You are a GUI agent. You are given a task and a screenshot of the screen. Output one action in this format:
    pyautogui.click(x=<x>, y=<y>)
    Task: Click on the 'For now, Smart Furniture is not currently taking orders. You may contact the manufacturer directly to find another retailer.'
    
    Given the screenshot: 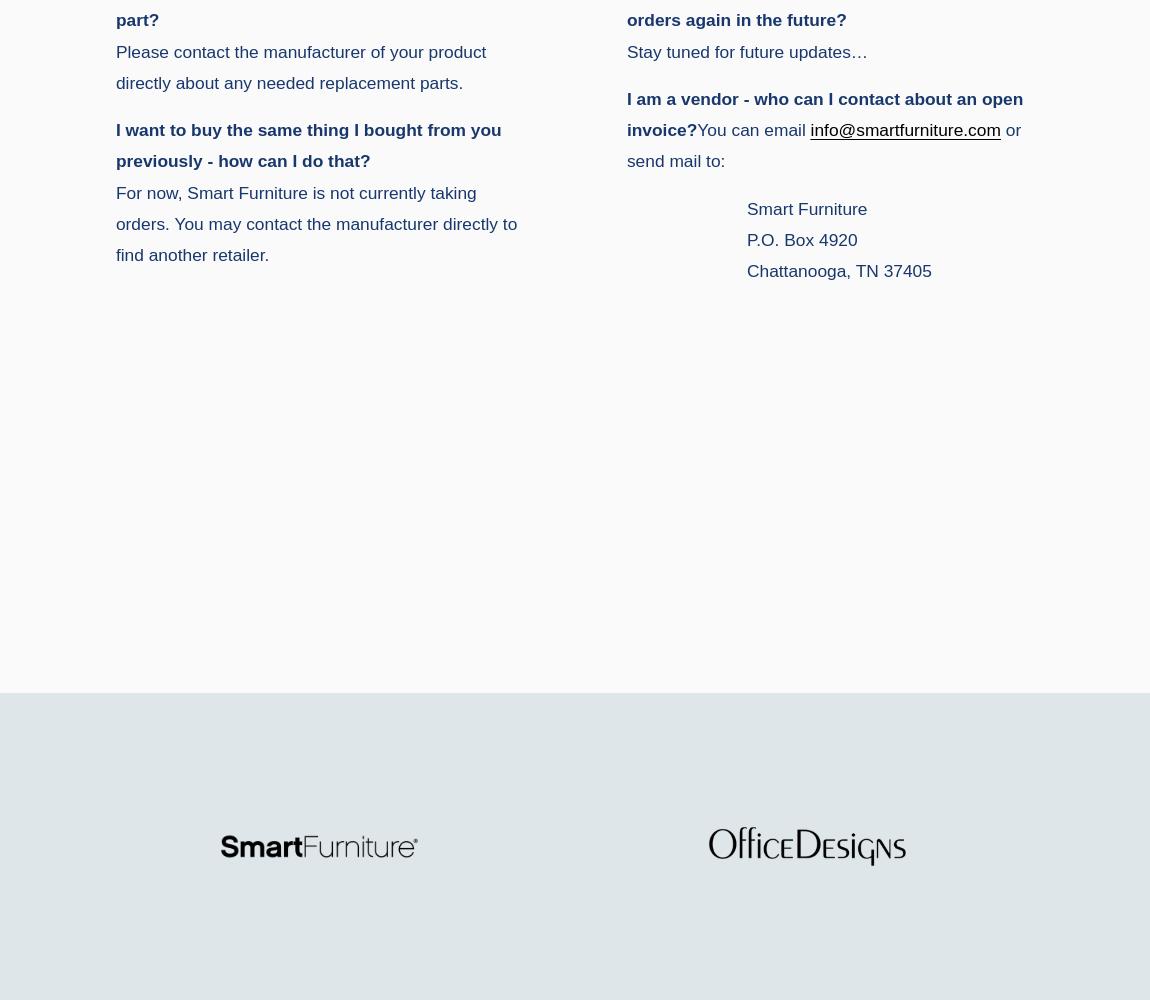 What is the action you would take?
    pyautogui.click(x=318, y=222)
    